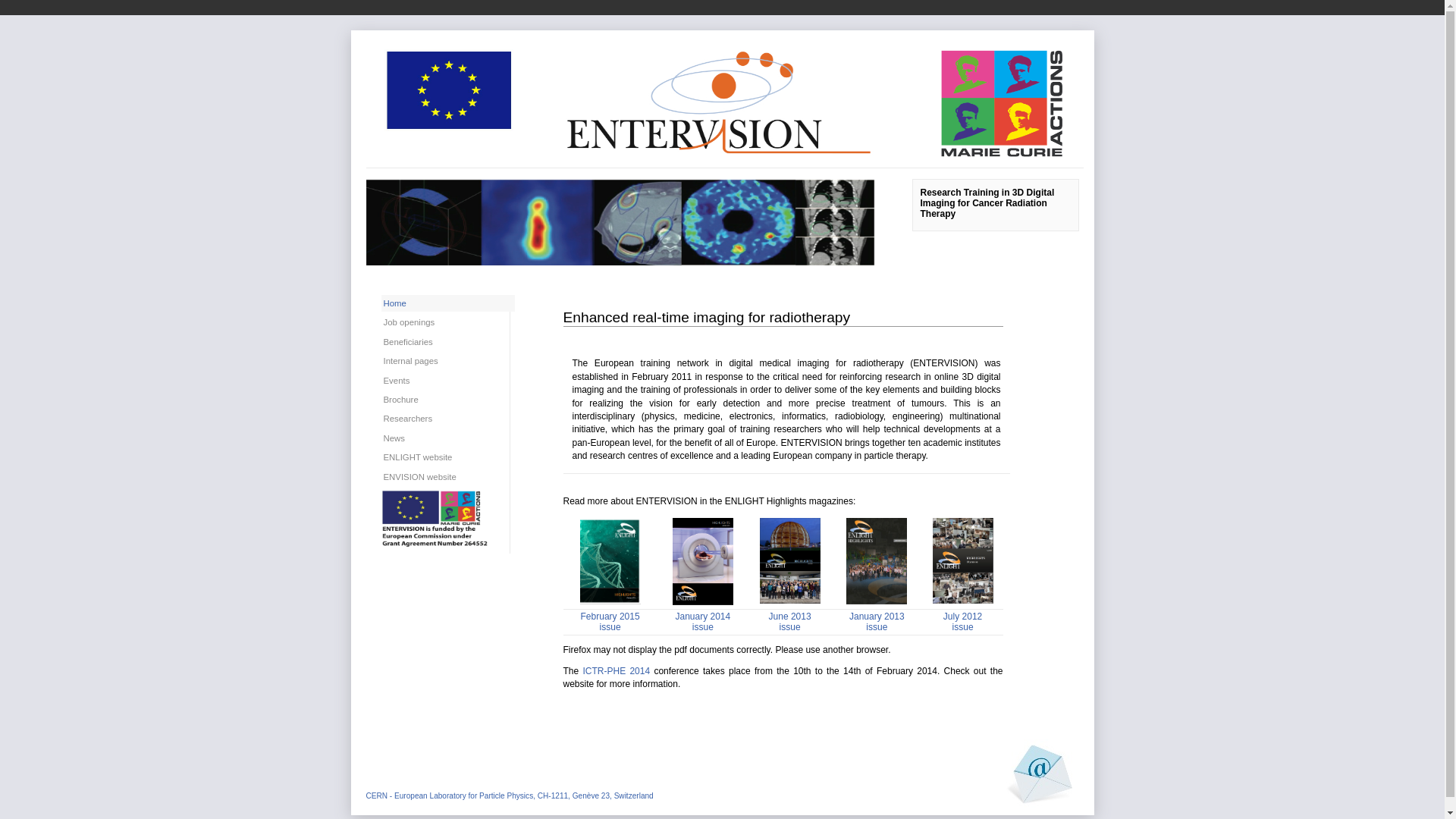  I want to click on 'February 2015 issue', so click(610, 622).